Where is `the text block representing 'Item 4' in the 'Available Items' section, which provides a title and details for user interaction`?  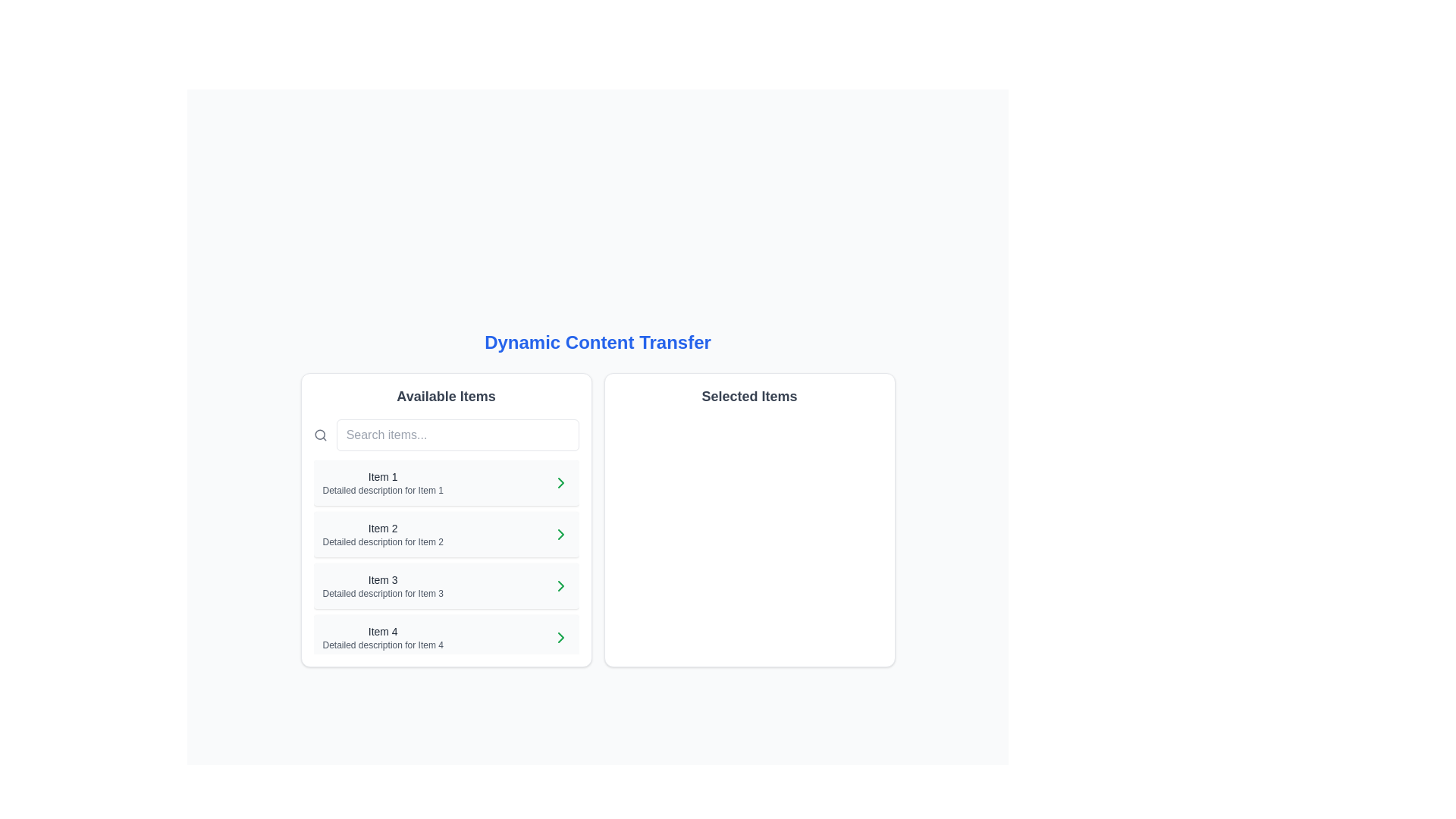
the text block representing 'Item 4' in the 'Available Items' section, which provides a title and details for user interaction is located at coordinates (383, 637).